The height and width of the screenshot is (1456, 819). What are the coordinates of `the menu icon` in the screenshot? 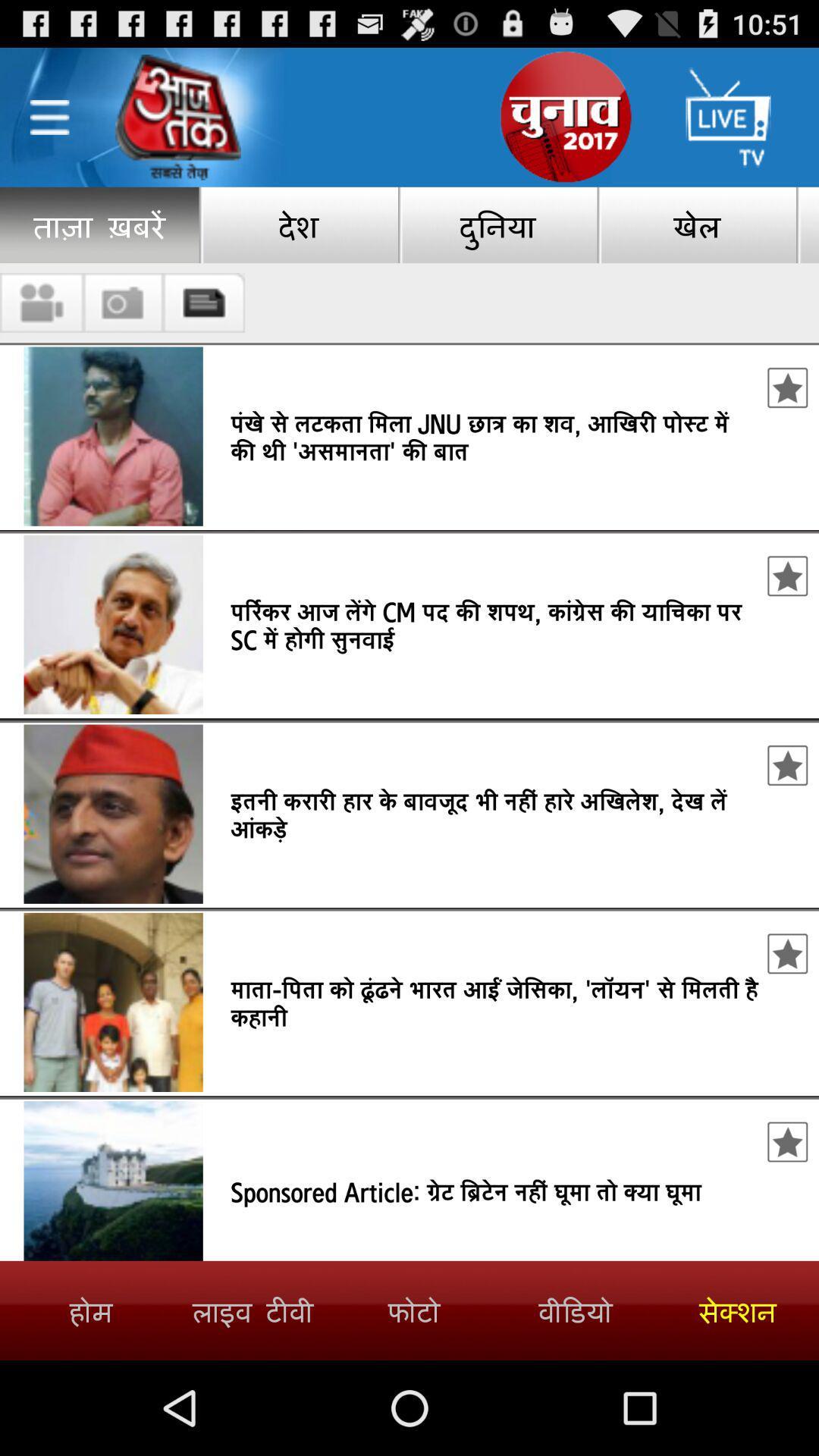 It's located at (49, 125).